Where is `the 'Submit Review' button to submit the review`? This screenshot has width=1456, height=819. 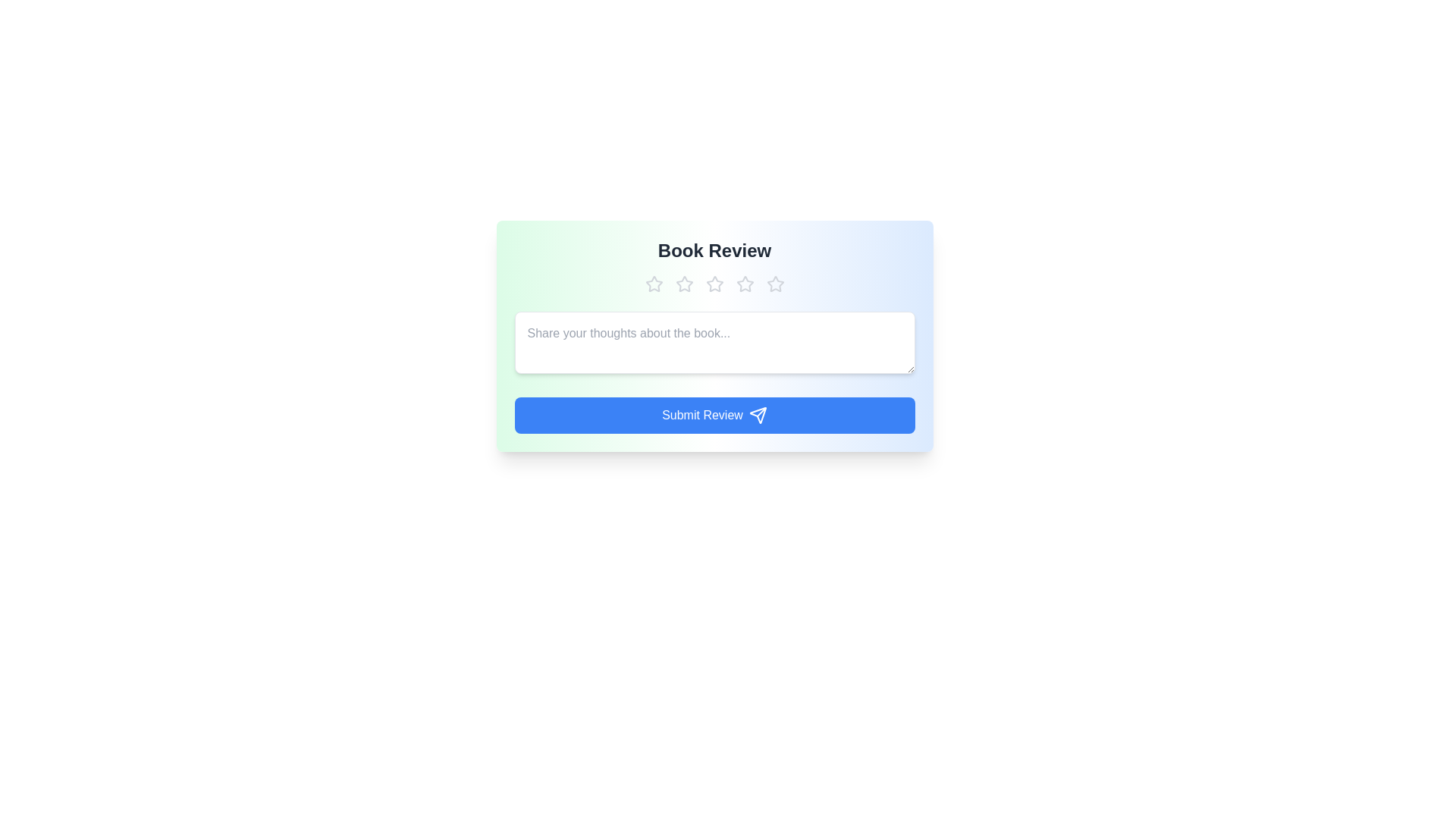 the 'Submit Review' button to submit the review is located at coordinates (714, 415).